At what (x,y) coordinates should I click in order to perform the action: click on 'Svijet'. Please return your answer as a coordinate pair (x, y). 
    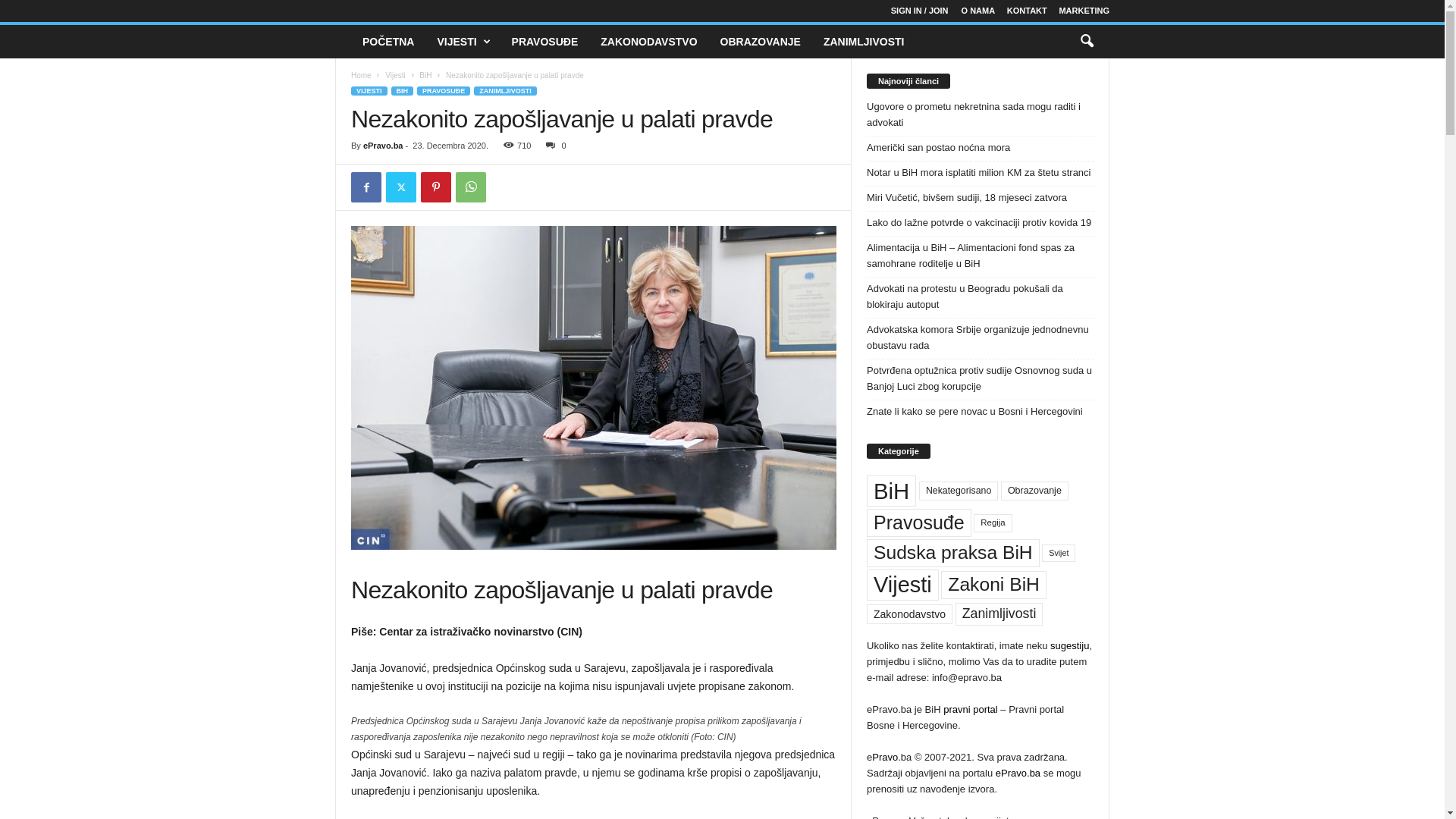
    Looking at the image, I should click on (1058, 553).